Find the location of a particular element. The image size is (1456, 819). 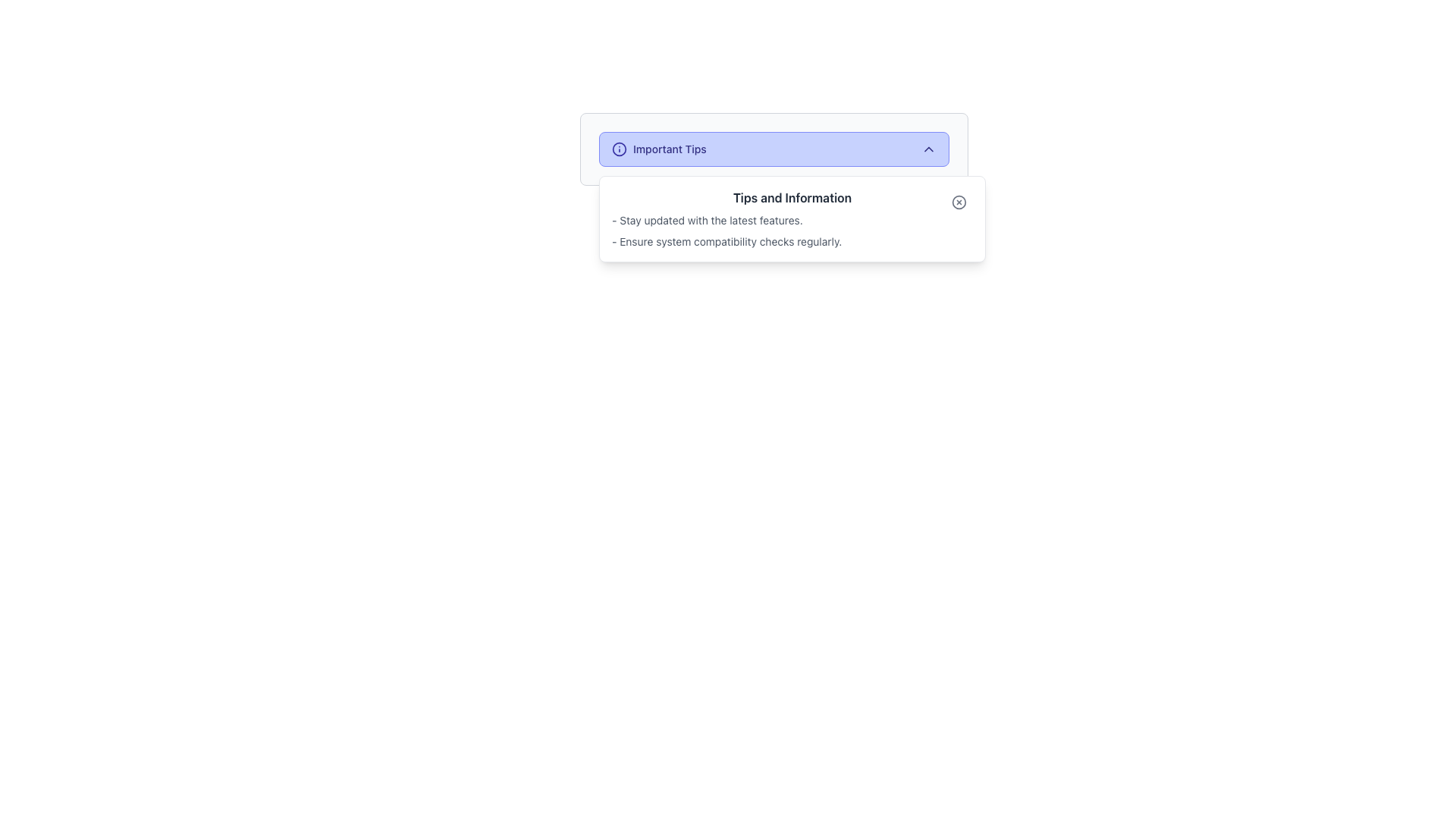

the close button located in the top-right corner of the 'Tips and Information' section is located at coordinates (959, 201).